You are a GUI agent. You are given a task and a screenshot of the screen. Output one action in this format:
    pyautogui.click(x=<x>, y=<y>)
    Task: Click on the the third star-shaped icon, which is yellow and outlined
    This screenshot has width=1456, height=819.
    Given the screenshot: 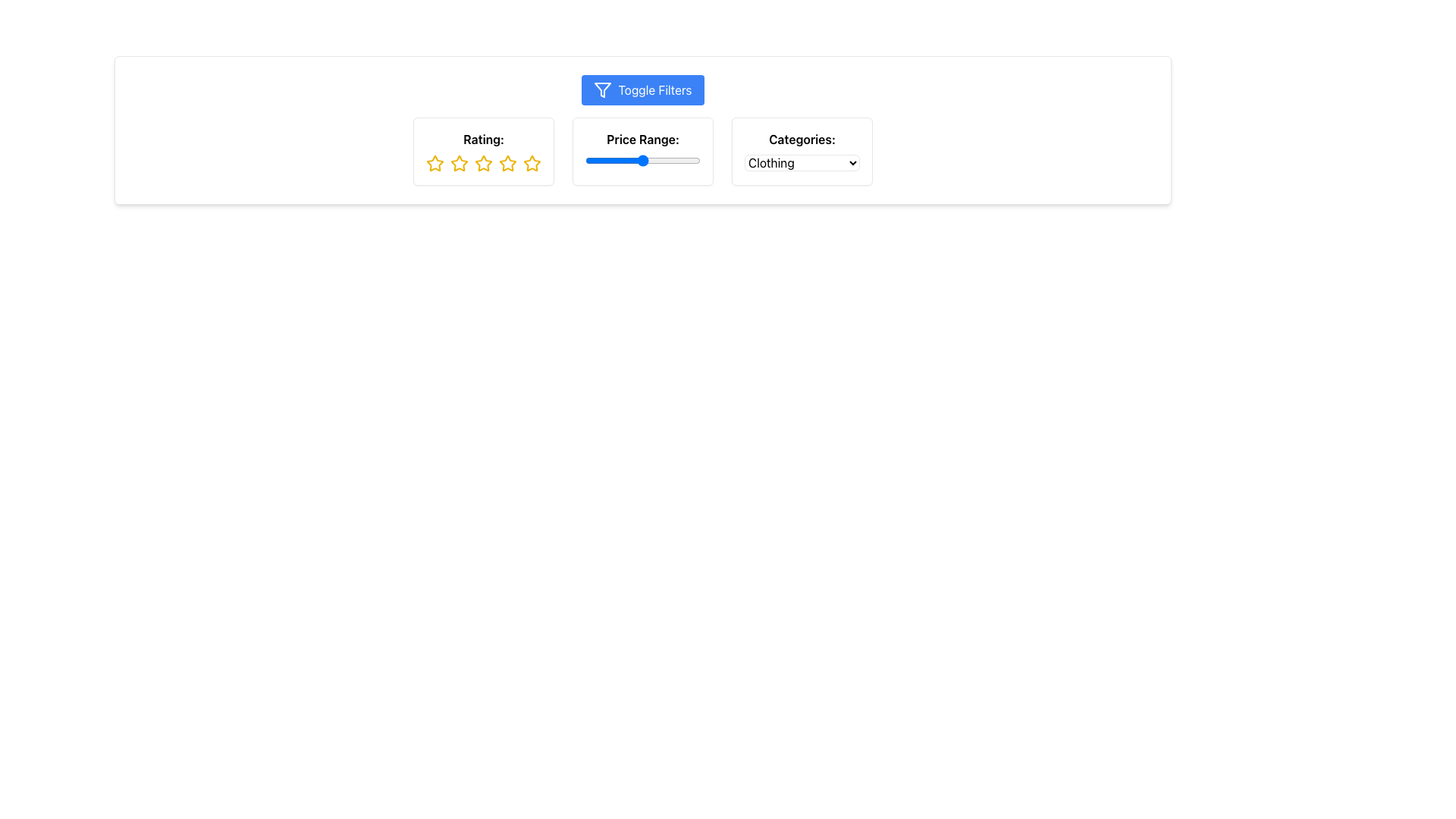 What is the action you would take?
    pyautogui.click(x=483, y=164)
    